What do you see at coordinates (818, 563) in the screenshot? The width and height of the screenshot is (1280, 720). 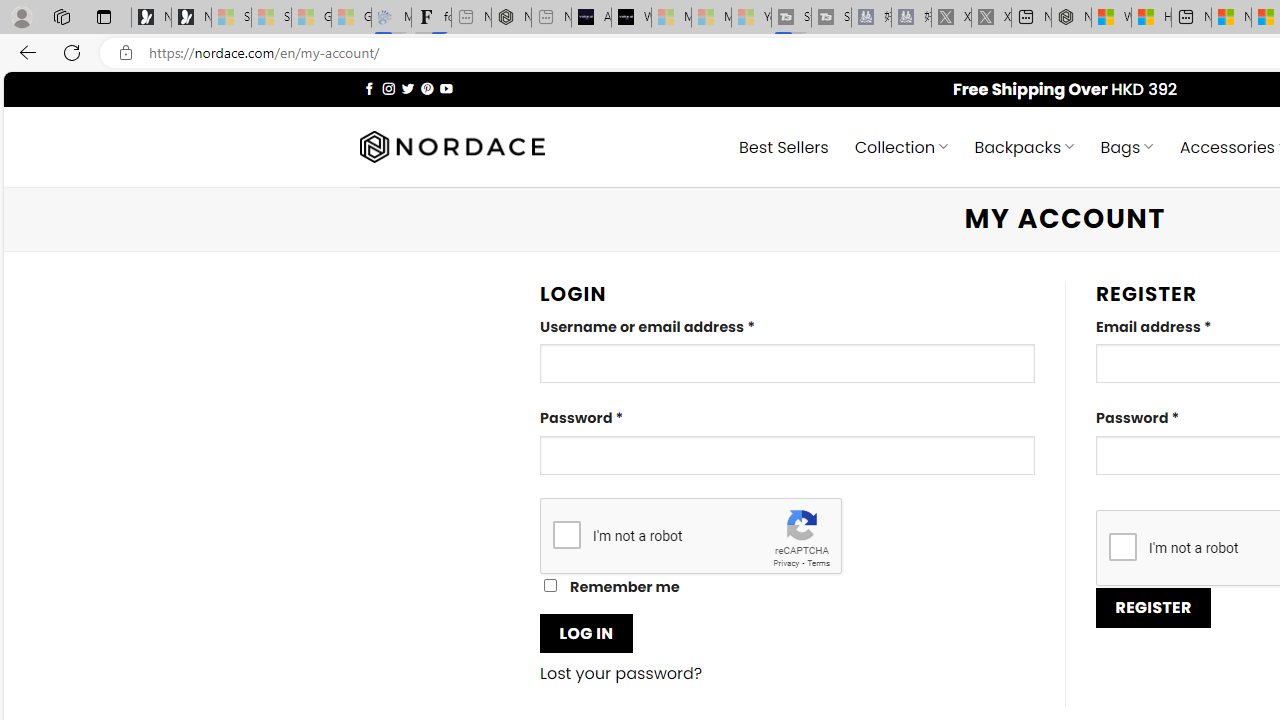 I see `'Terms'` at bounding box center [818, 563].